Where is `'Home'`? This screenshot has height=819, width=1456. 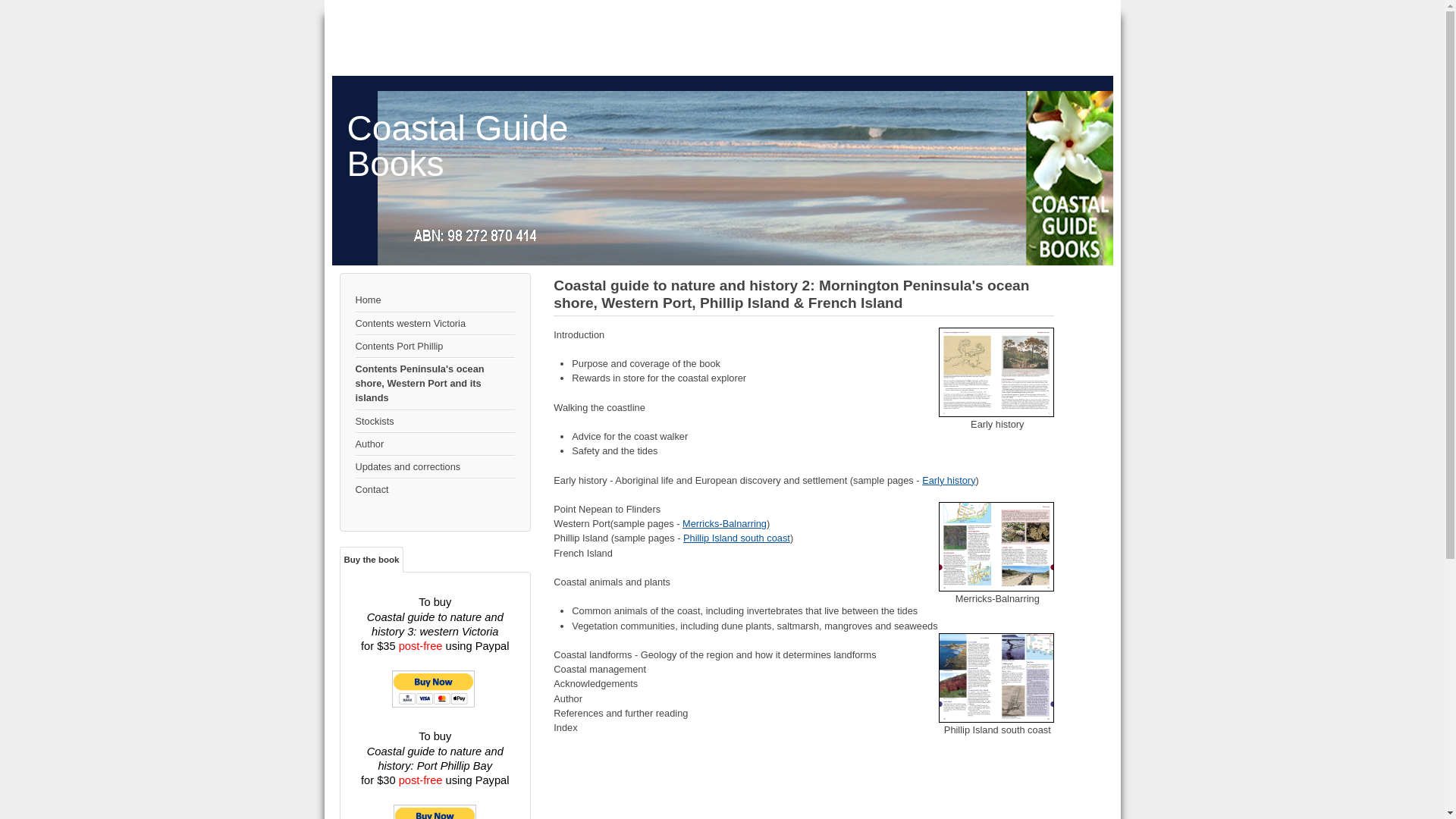 'Home' is located at coordinates (434, 300).